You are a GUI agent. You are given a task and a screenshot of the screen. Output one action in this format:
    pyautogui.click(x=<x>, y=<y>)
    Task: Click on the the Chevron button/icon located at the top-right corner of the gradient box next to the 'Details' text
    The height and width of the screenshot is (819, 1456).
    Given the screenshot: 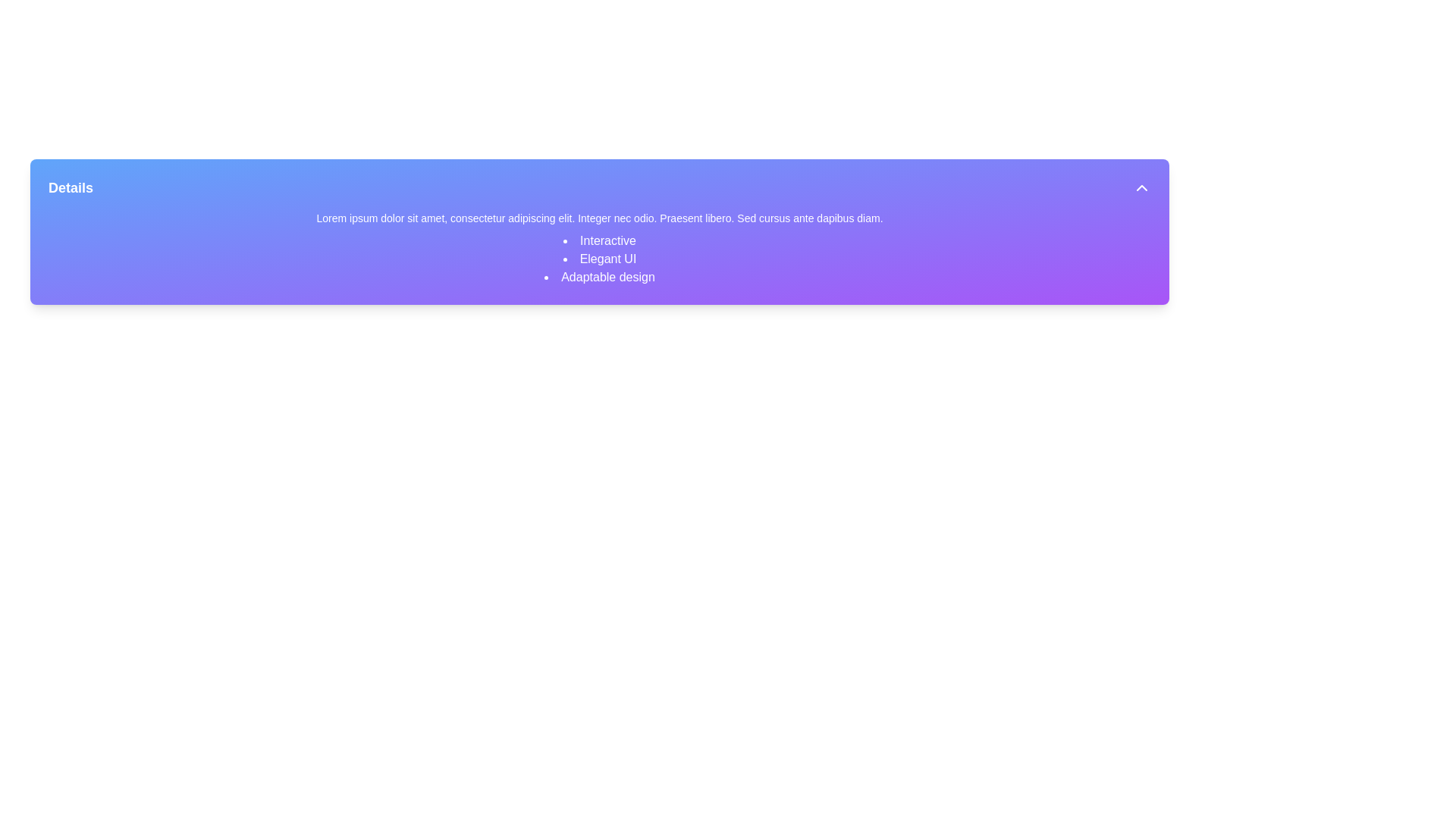 What is the action you would take?
    pyautogui.click(x=1142, y=187)
    